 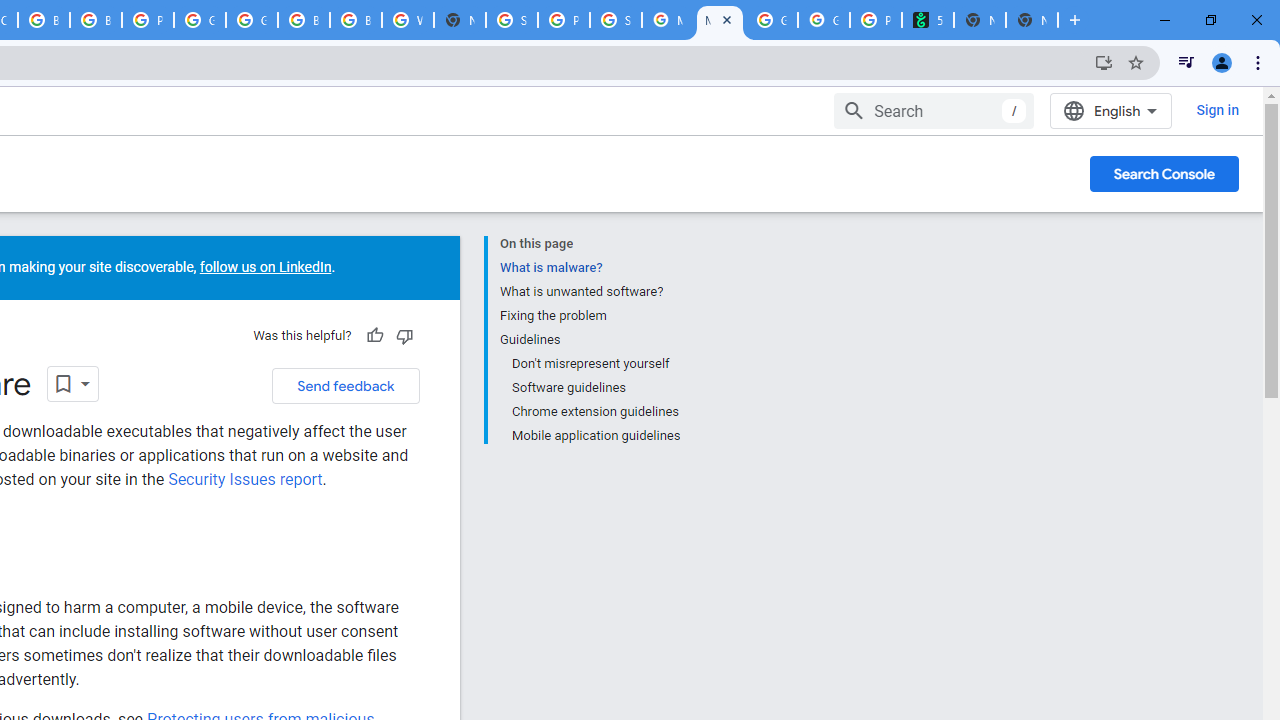 What do you see at coordinates (588, 339) in the screenshot?
I see `'Guidelines'` at bounding box center [588, 339].